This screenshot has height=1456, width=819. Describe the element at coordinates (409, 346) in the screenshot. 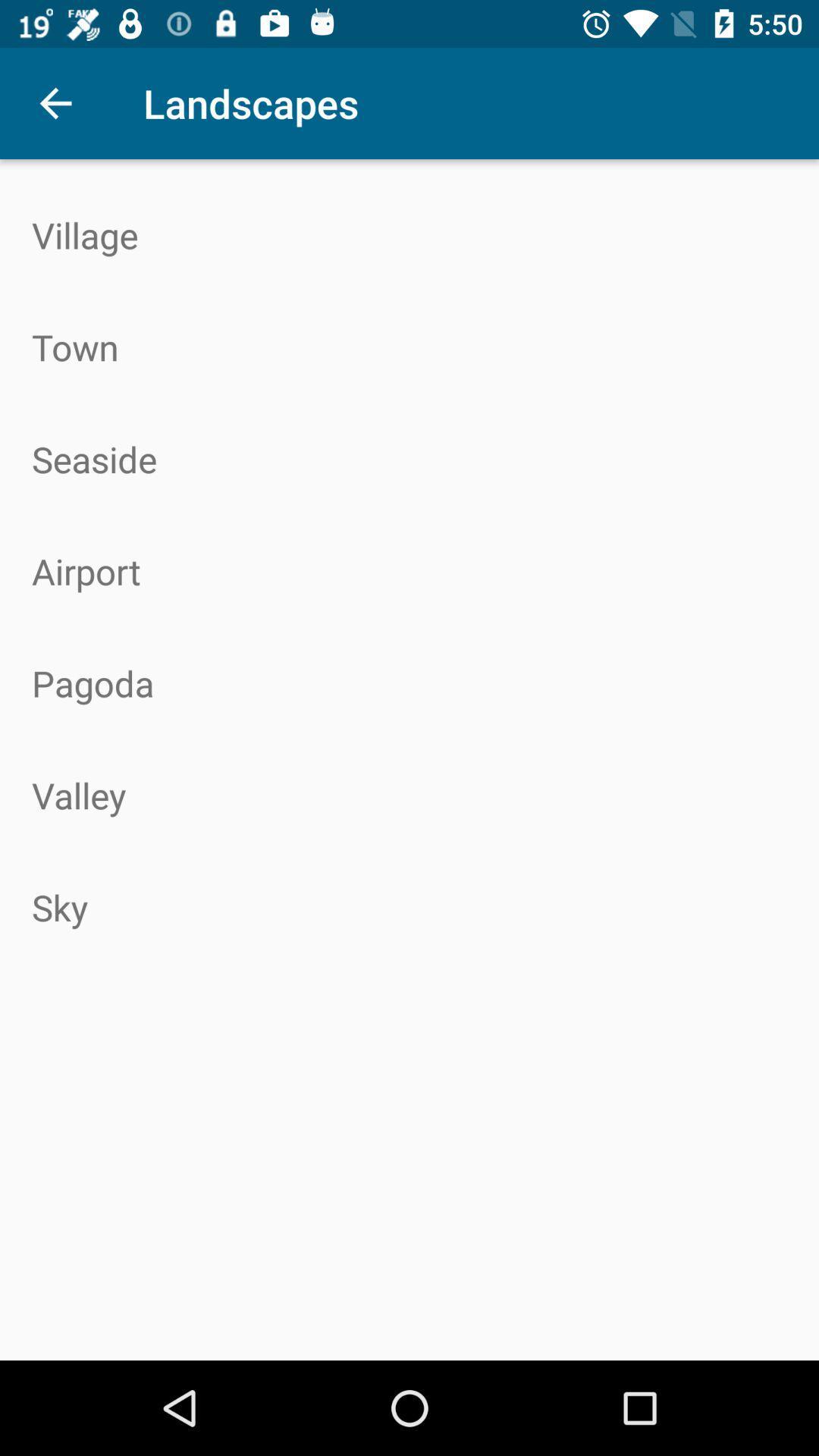

I see `the town` at that location.